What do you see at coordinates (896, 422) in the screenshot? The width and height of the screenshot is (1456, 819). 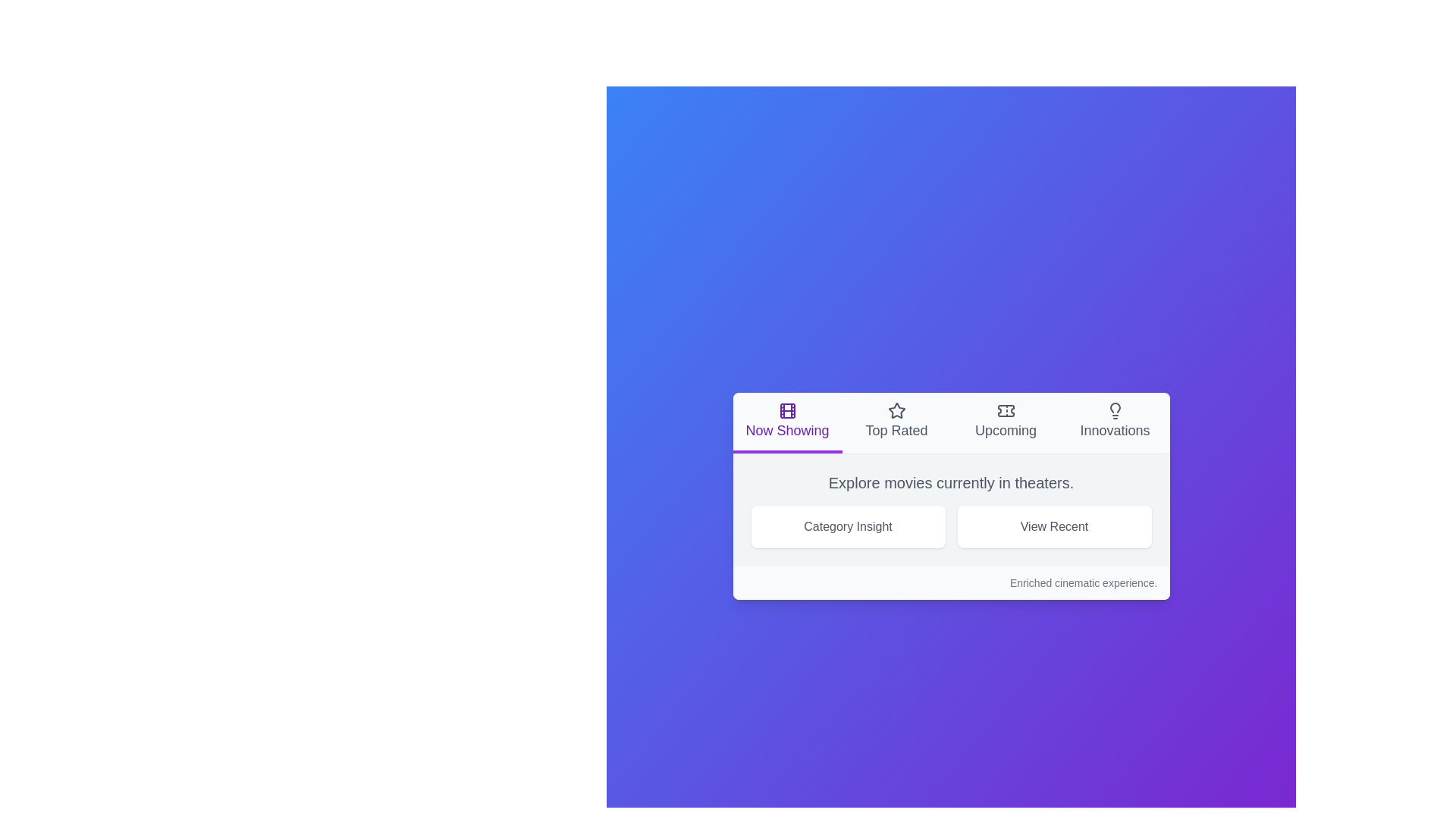 I see `the 'Top Rated' tab navigation button` at bounding box center [896, 422].